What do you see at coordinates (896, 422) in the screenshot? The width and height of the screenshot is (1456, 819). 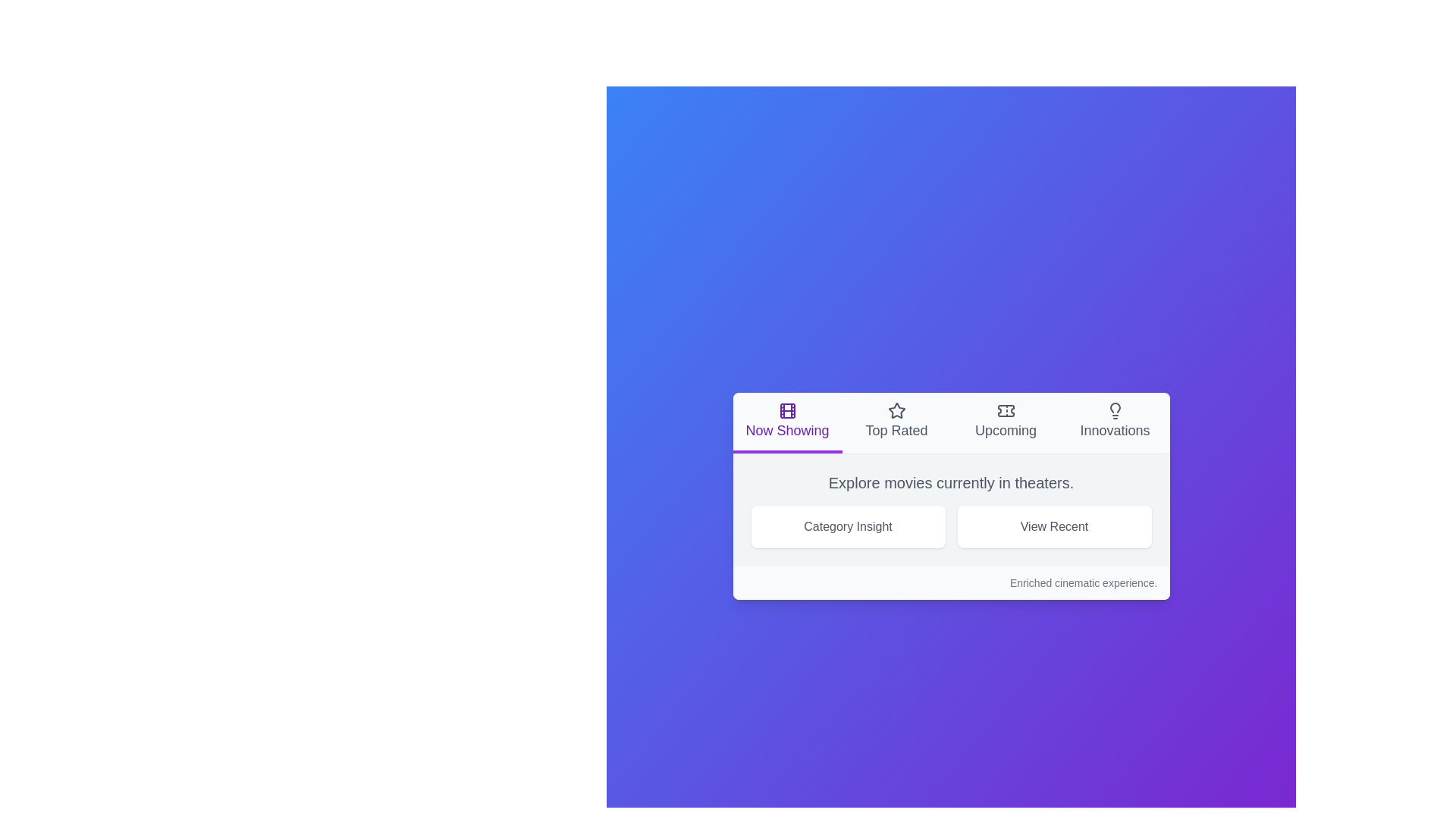 I see `the 'Top Rated' tab navigation button` at bounding box center [896, 422].